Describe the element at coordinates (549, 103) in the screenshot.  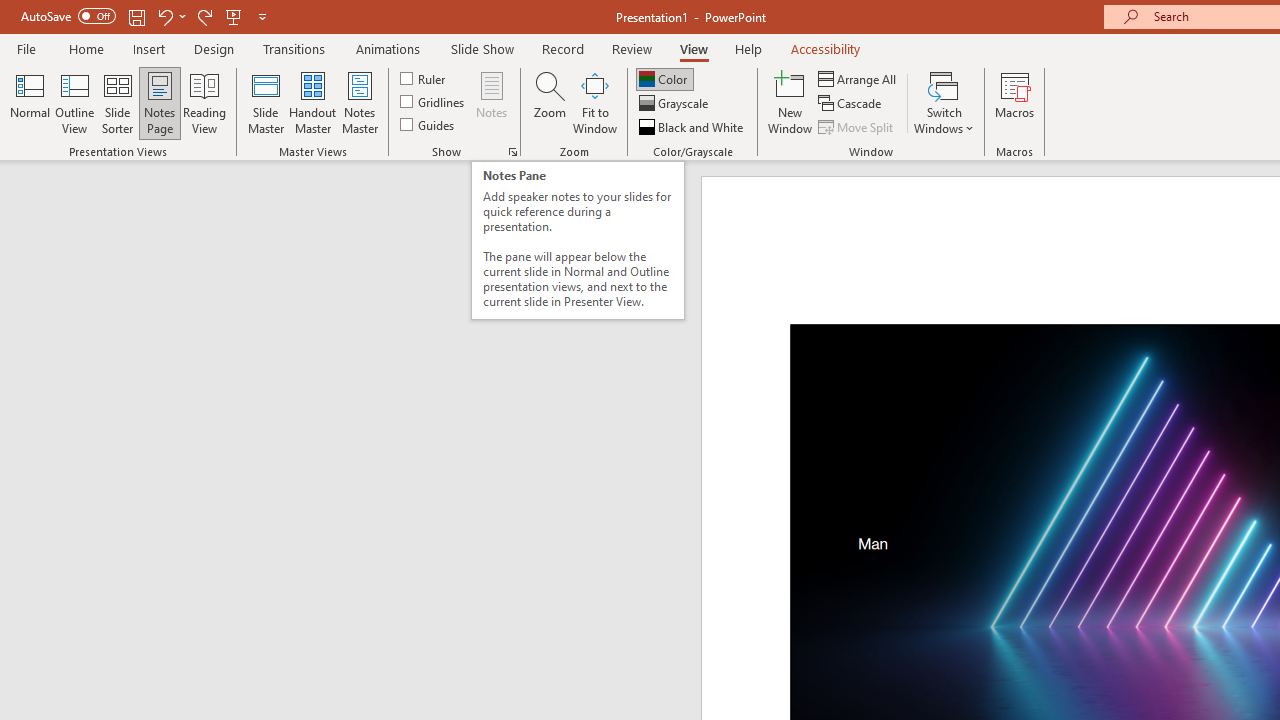
I see `'Zoom...'` at that location.